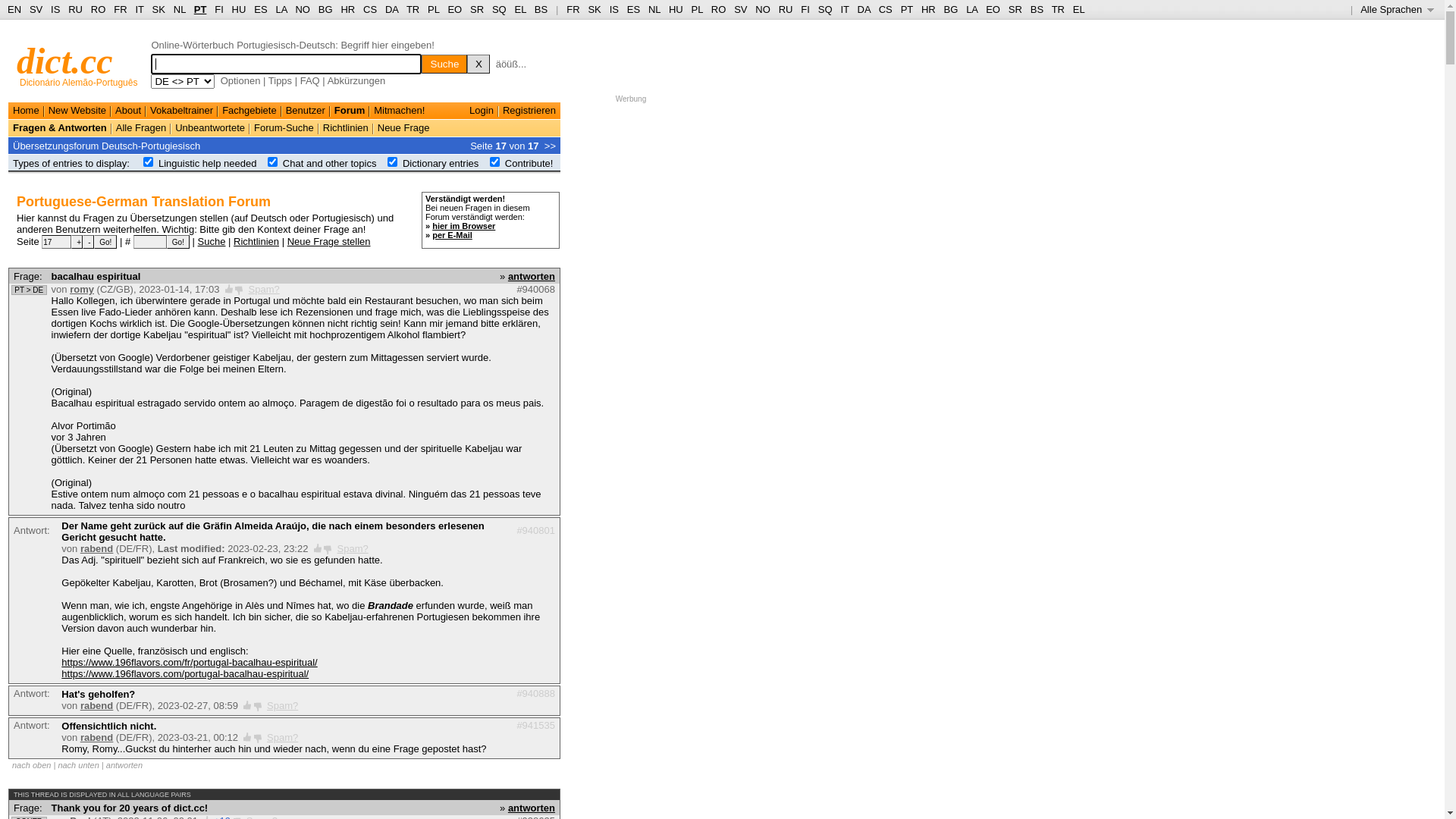 The width and height of the screenshot is (1456, 819). What do you see at coordinates (325, 9) in the screenshot?
I see `'BG'` at bounding box center [325, 9].